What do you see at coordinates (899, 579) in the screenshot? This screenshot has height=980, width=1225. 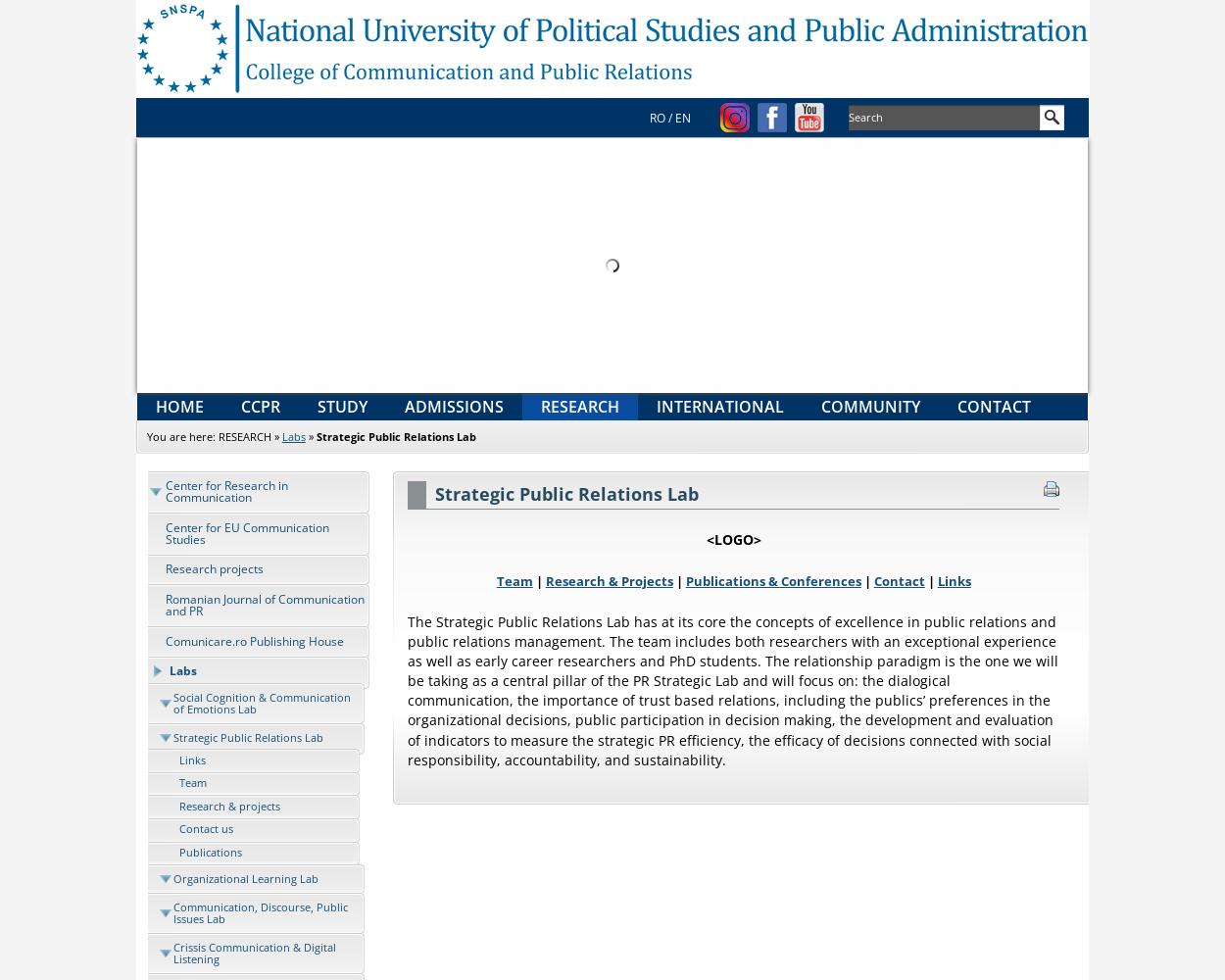 I see `'Contact'` at bounding box center [899, 579].